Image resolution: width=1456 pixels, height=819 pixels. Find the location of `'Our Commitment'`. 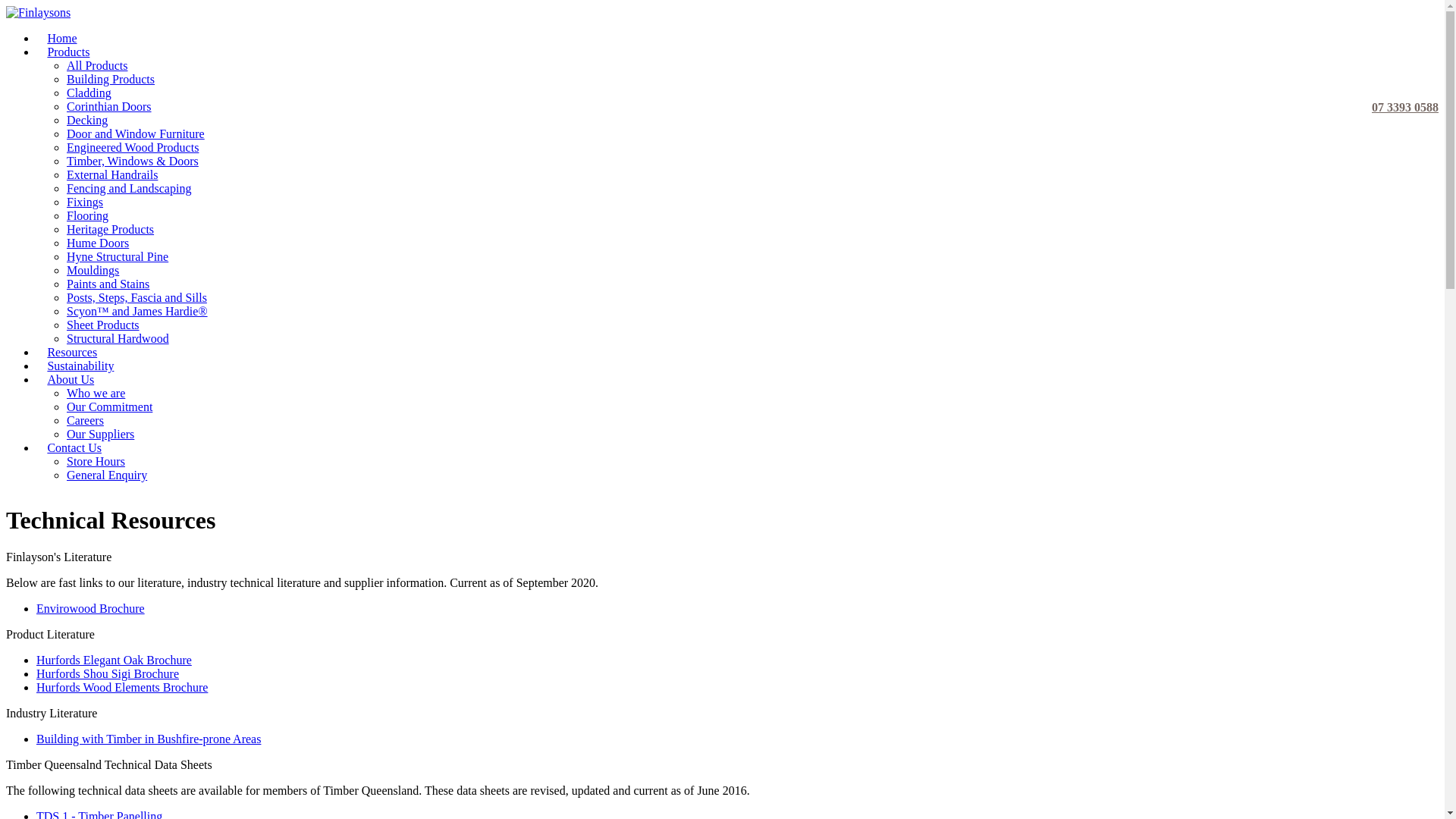

'Our Commitment' is located at coordinates (108, 406).